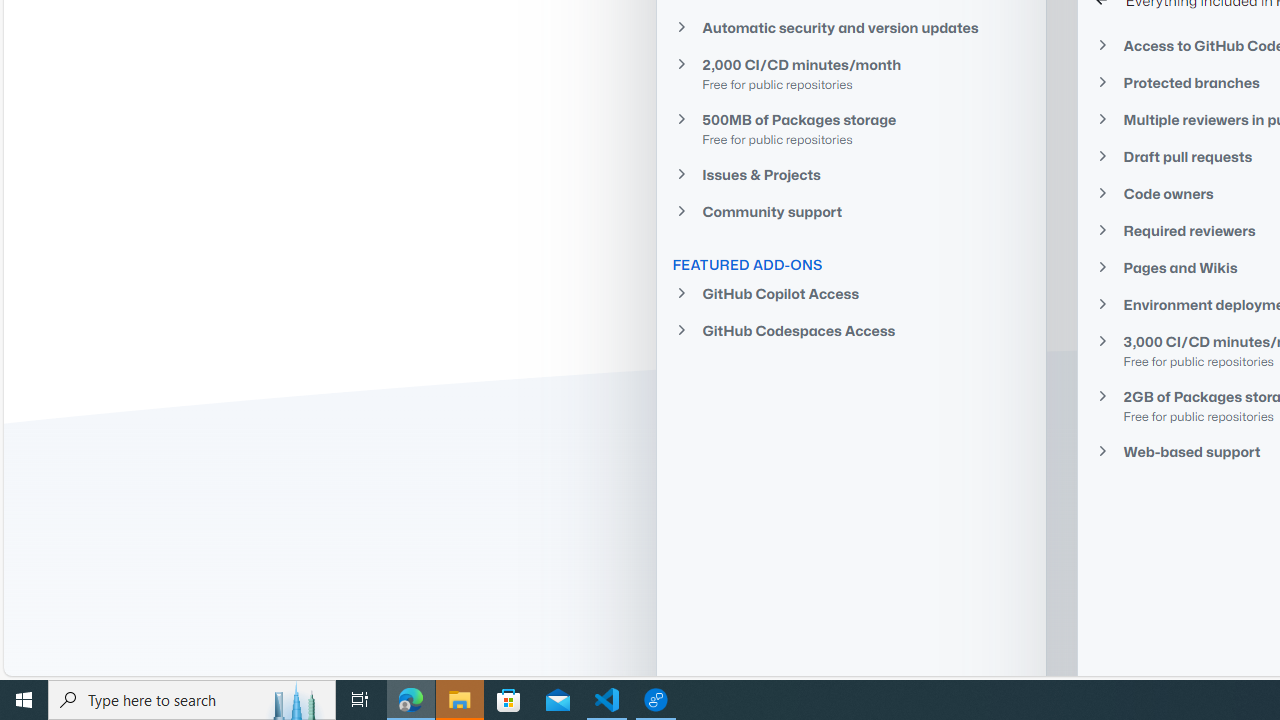 The height and width of the screenshot is (720, 1280). Describe the element at coordinates (851, 212) in the screenshot. I see `'Community support'` at that location.